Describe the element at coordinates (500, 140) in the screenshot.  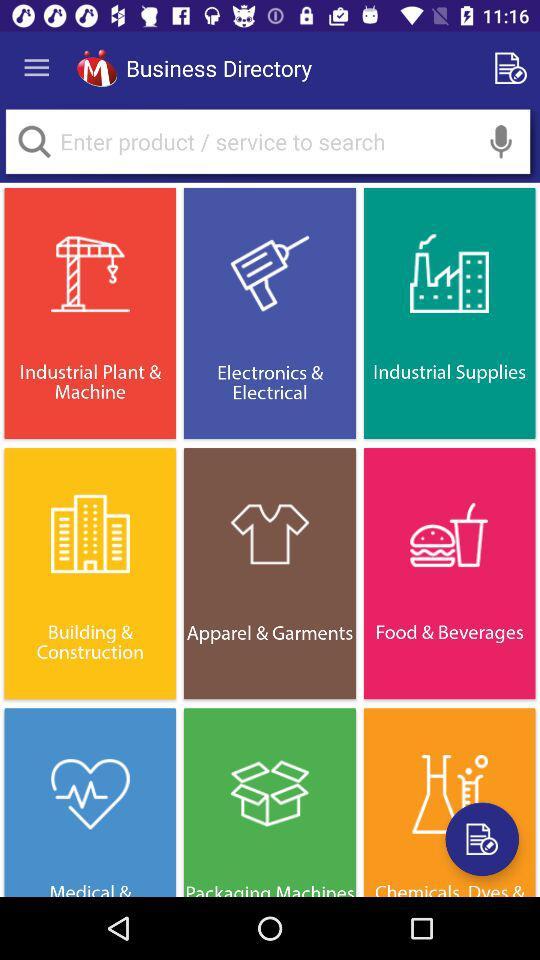
I see `turn on microphone` at that location.